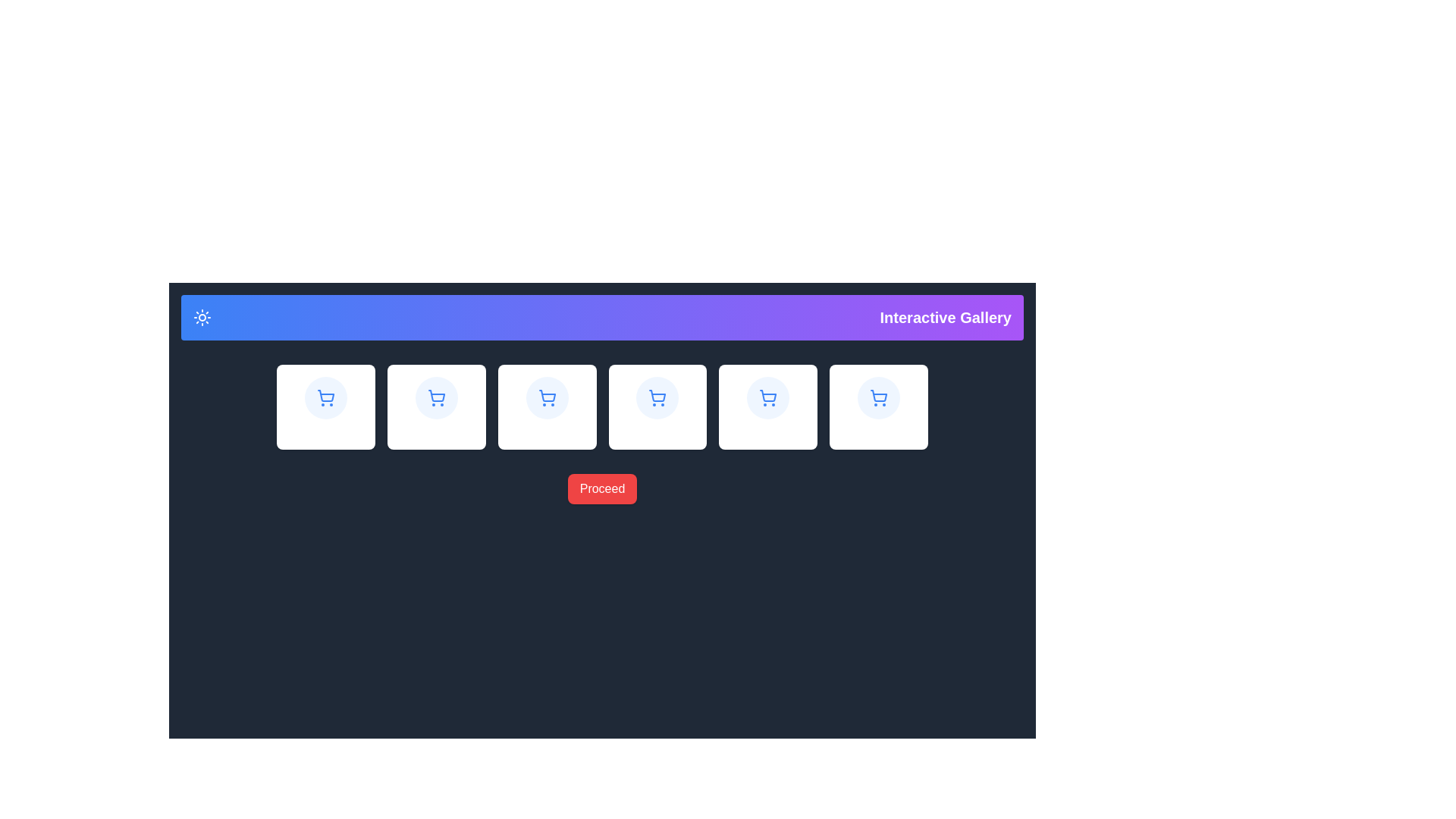  What do you see at coordinates (945, 317) in the screenshot?
I see `text content of the 'Interactive Gallery' text label located at the upper right area of the gradient bar with a purple and blue background` at bounding box center [945, 317].